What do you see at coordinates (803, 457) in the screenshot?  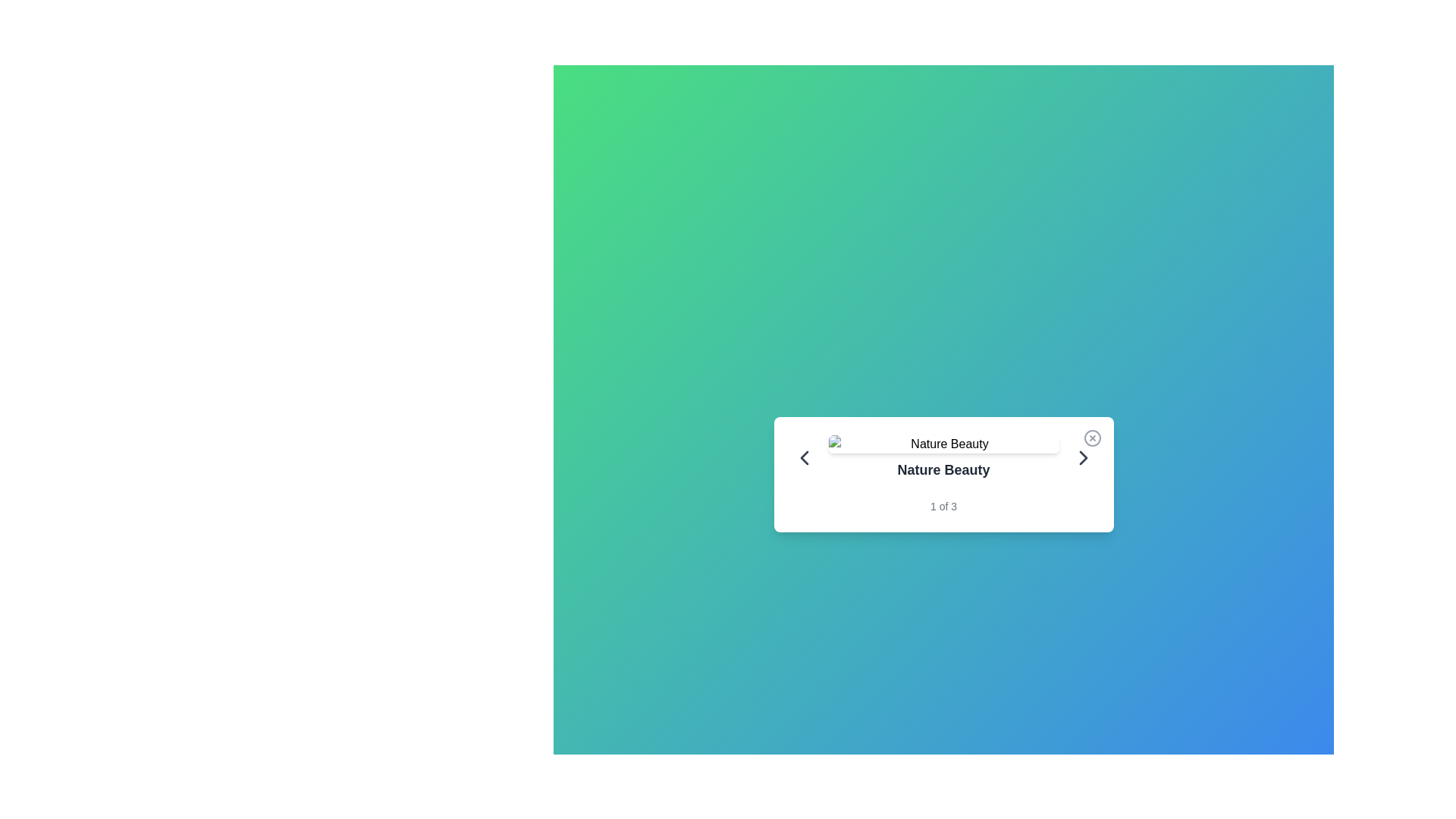 I see `the left-chevron icon which is part of a navigation button located on the left side of a grouped component to trigger hover effects` at bounding box center [803, 457].